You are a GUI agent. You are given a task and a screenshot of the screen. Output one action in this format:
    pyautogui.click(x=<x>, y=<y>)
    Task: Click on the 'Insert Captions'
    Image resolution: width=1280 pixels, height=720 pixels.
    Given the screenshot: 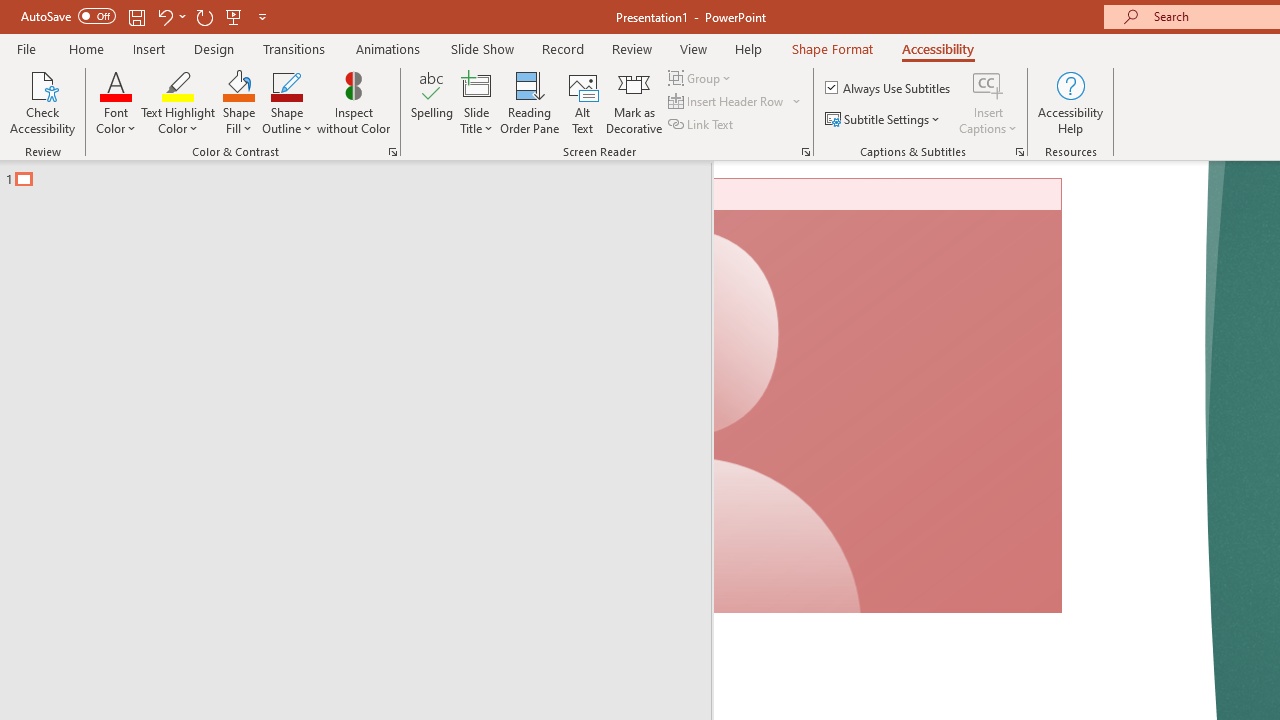 What is the action you would take?
    pyautogui.click(x=988, y=103)
    